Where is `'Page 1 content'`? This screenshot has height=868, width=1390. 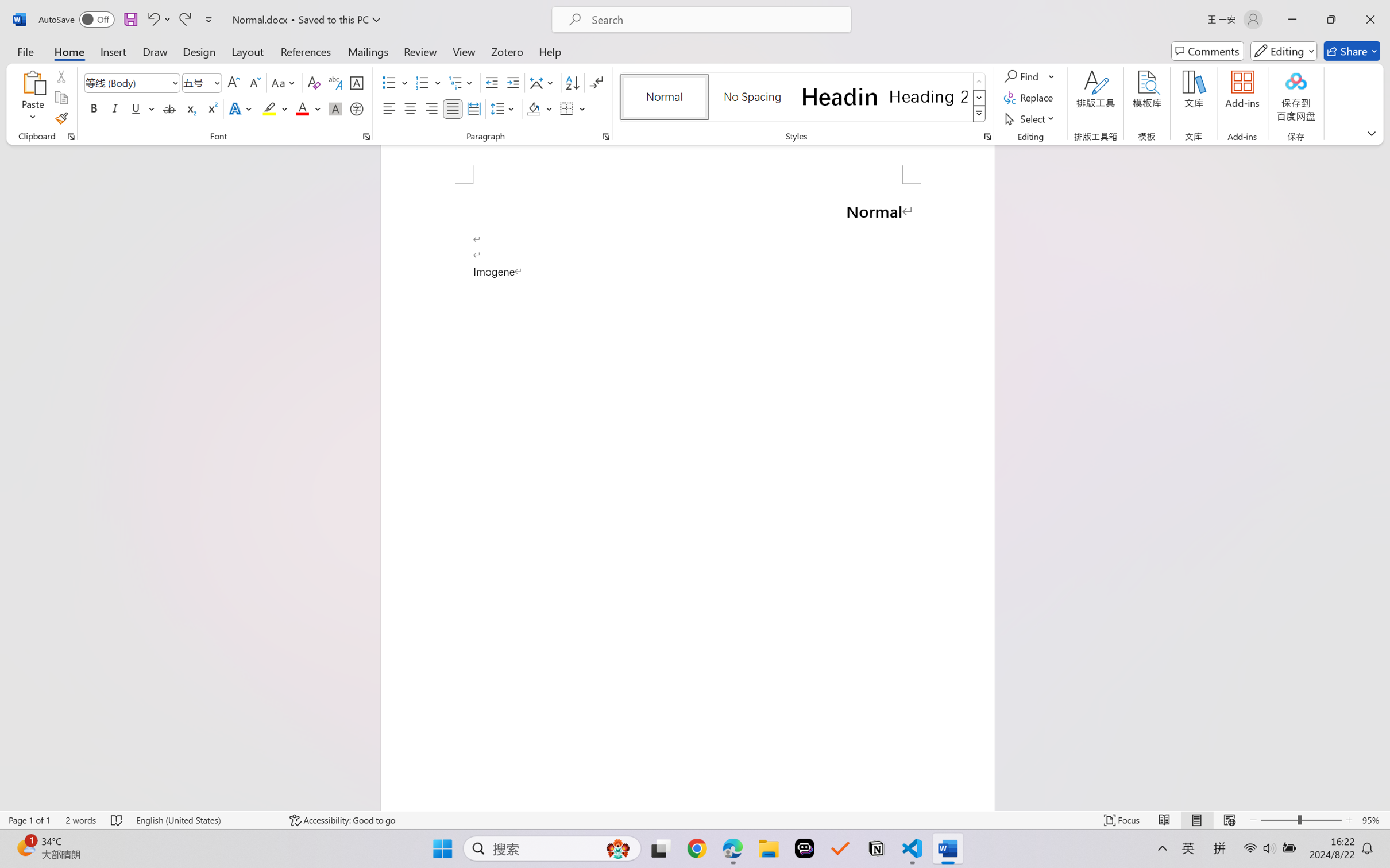 'Page 1 content' is located at coordinates (688, 497).